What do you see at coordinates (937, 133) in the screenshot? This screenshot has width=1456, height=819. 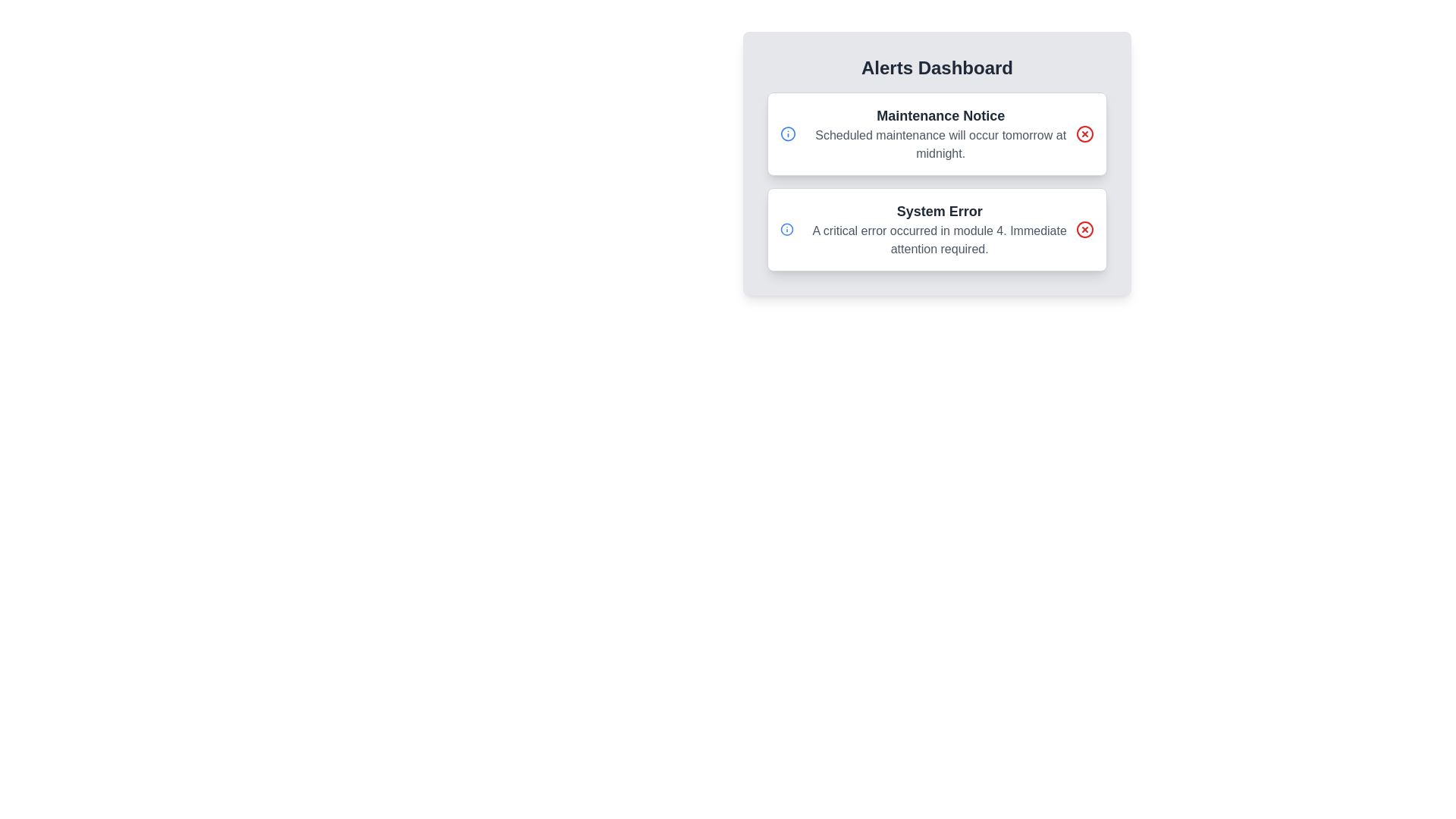 I see `text content of the Notification box located in the Alerts Dashboard panel, which is the first notification box directly under the heading` at bounding box center [937, 133].